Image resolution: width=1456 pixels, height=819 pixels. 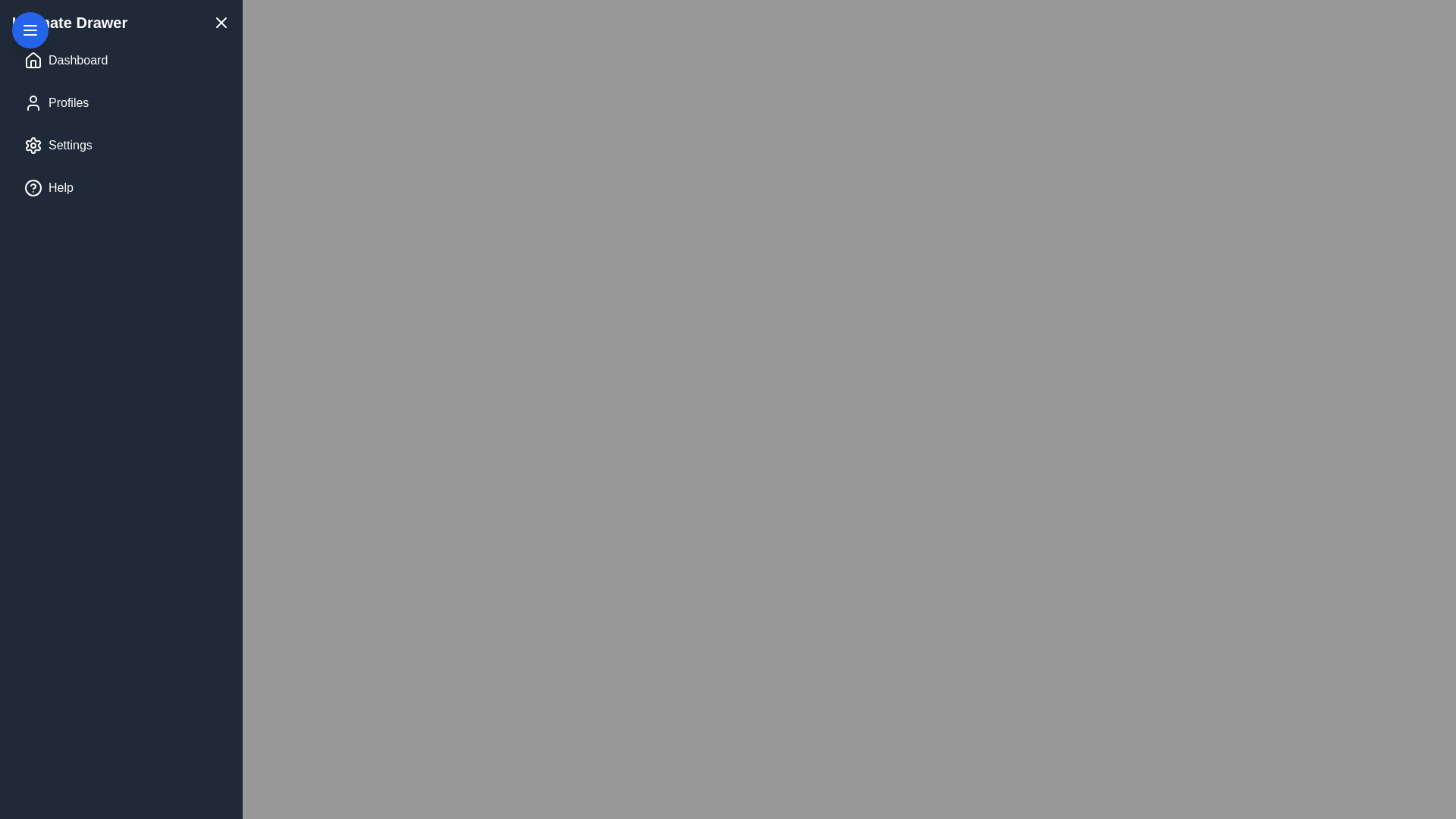 I want to click on the help icon located in the left navigation drawer, which is positioned to the left of the 'Help' text, so click(x=33, y=187).